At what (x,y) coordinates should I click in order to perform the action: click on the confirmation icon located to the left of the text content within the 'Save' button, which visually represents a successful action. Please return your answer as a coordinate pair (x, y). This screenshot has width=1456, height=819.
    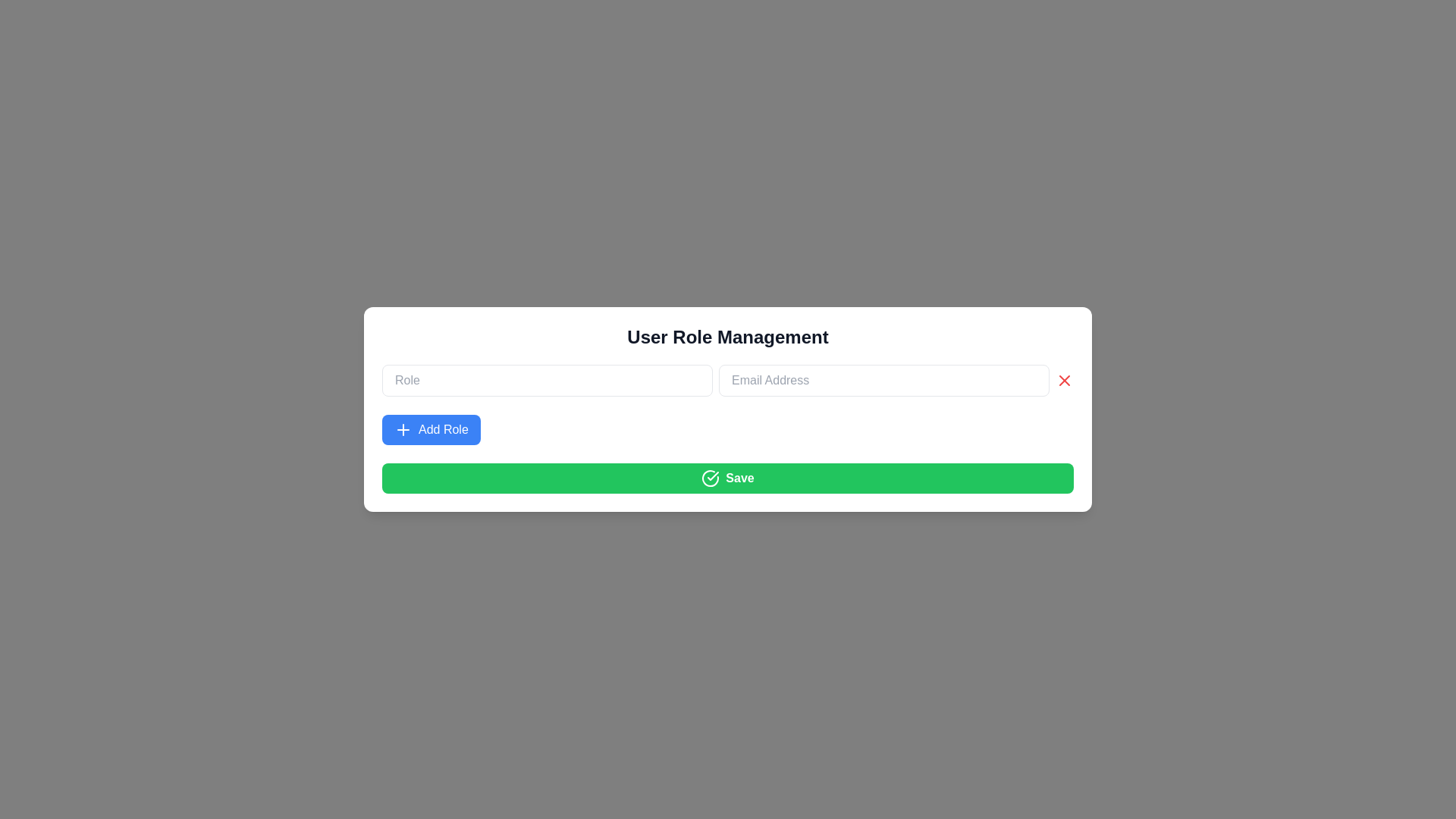
    Looking at the image, I should click on (710, 479).